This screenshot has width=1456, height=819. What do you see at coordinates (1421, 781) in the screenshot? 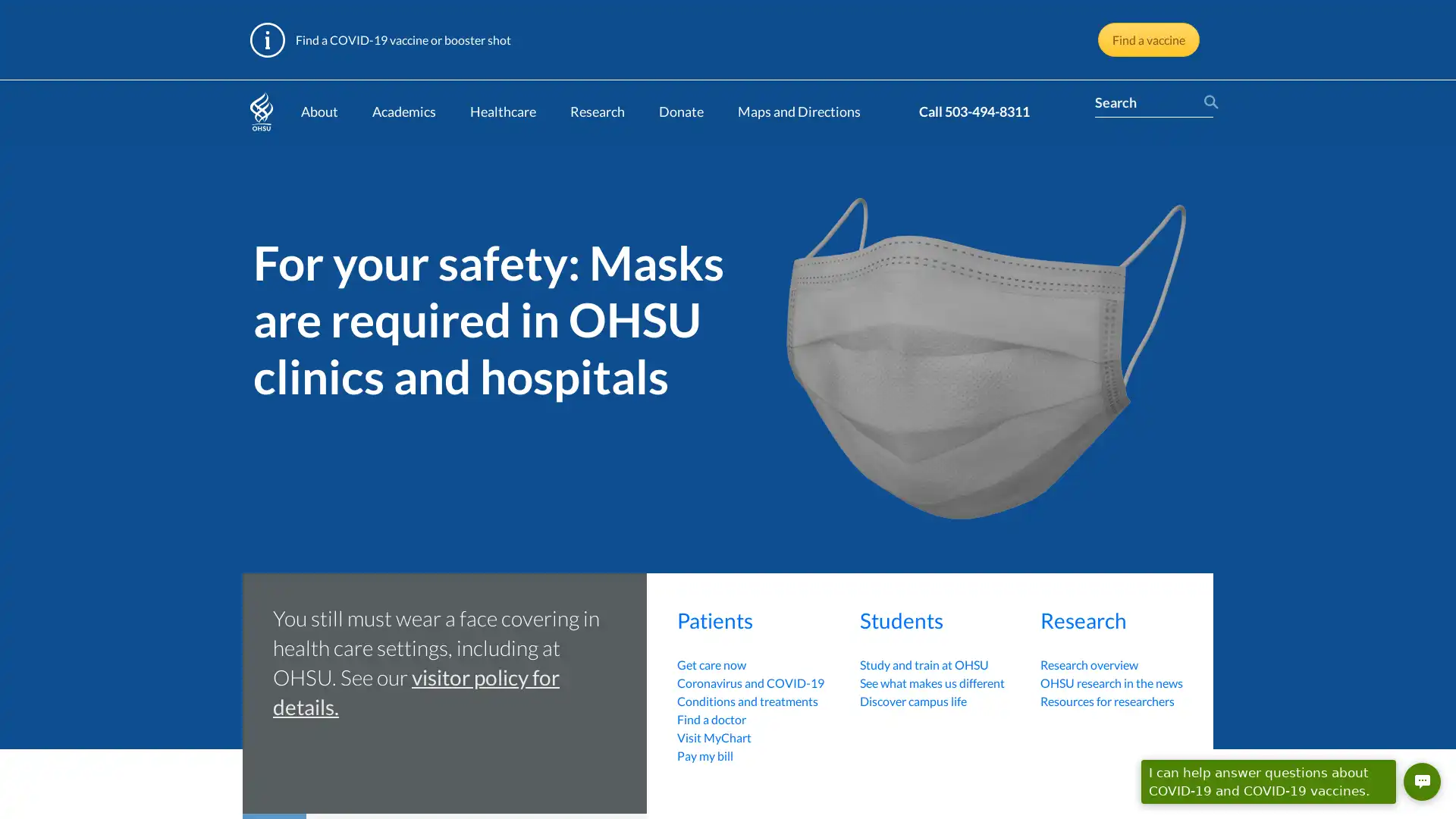
I see `Open Webchat` at bounding box center [1421, 781].